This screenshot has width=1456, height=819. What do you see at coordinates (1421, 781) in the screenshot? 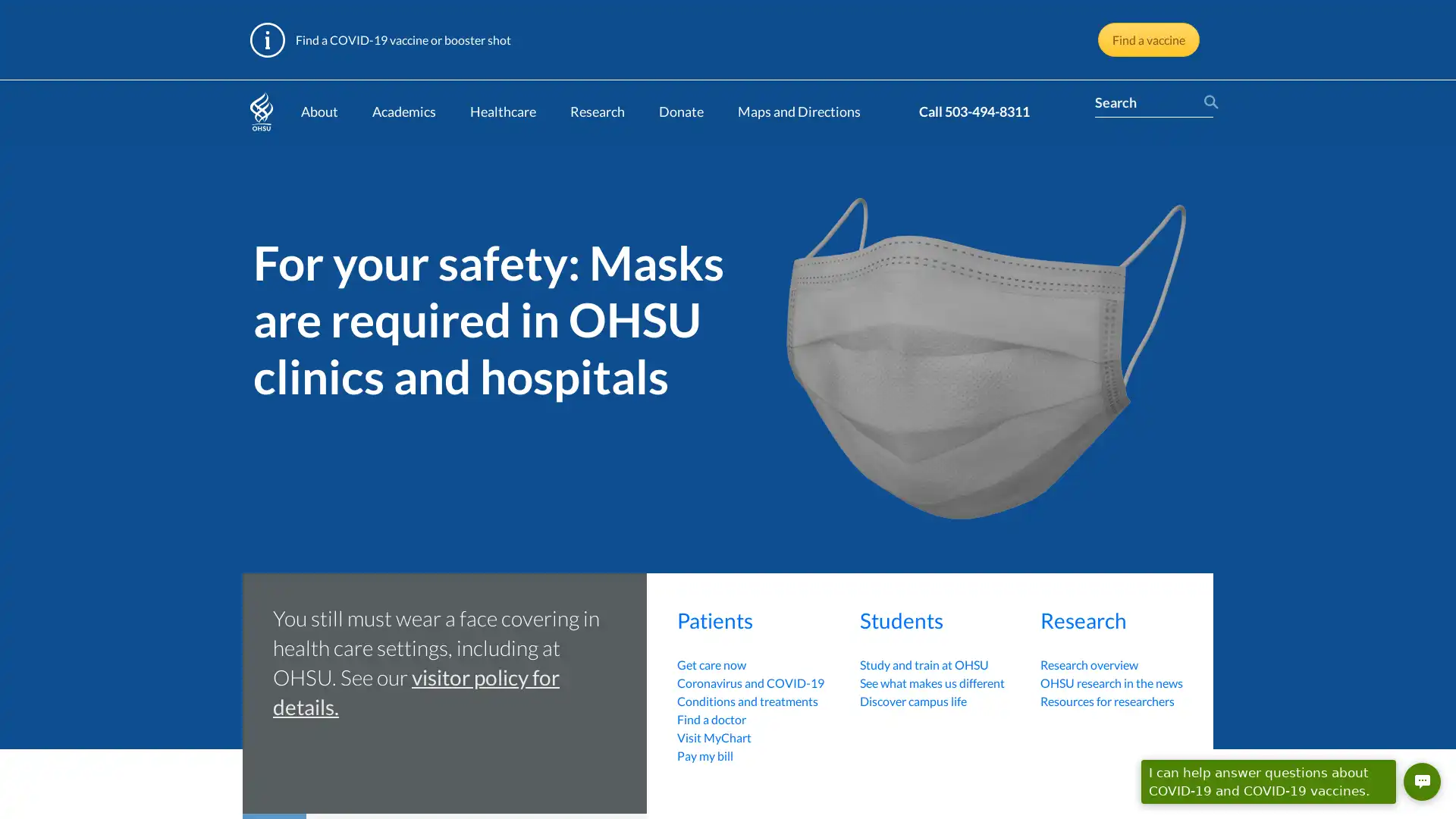
I see `Open Webchat` at bounding box center [1421, 781].